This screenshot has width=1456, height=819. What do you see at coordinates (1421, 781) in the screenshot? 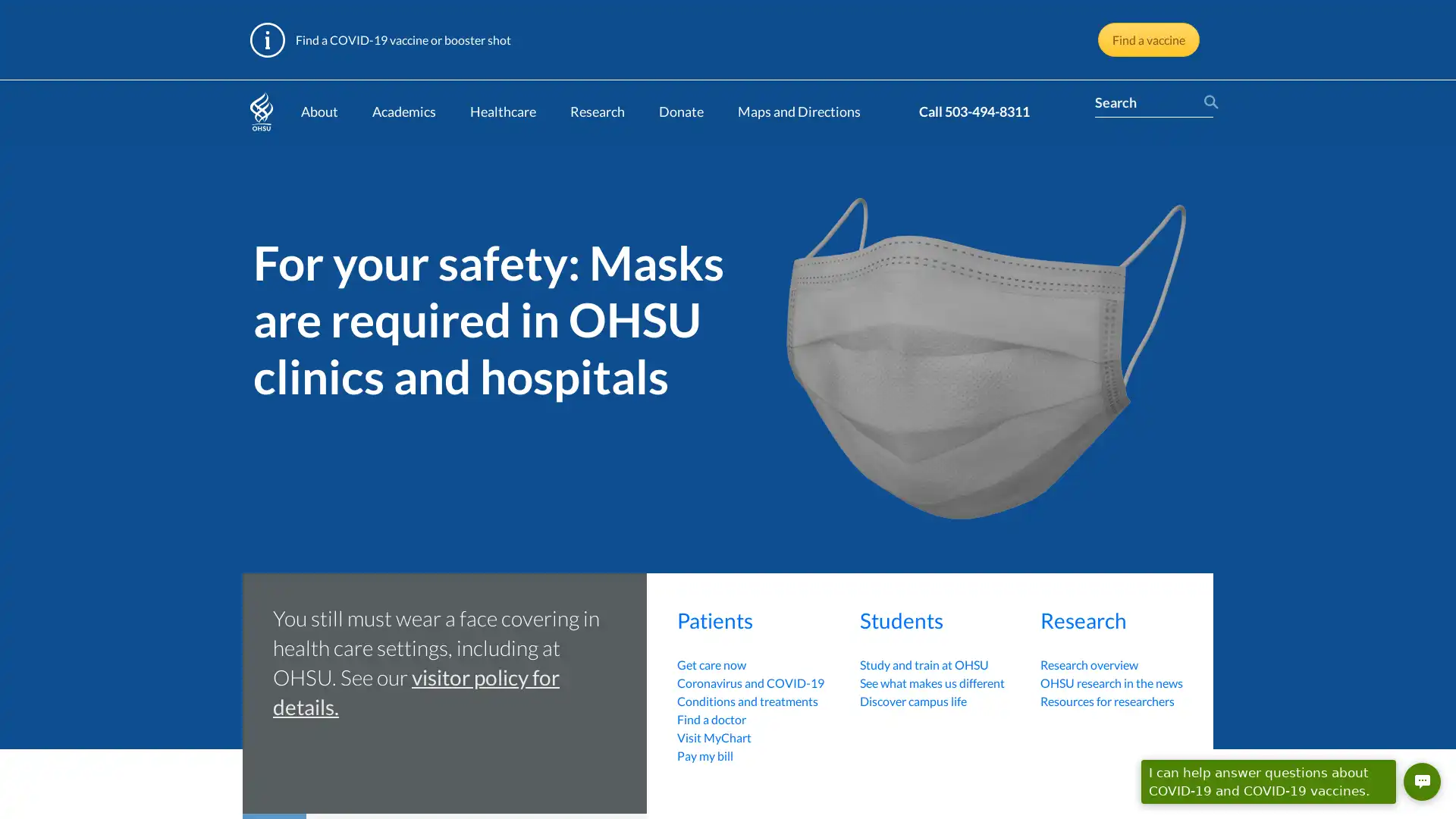
I see `Open Webchat` at bounding box center [1421, 781].